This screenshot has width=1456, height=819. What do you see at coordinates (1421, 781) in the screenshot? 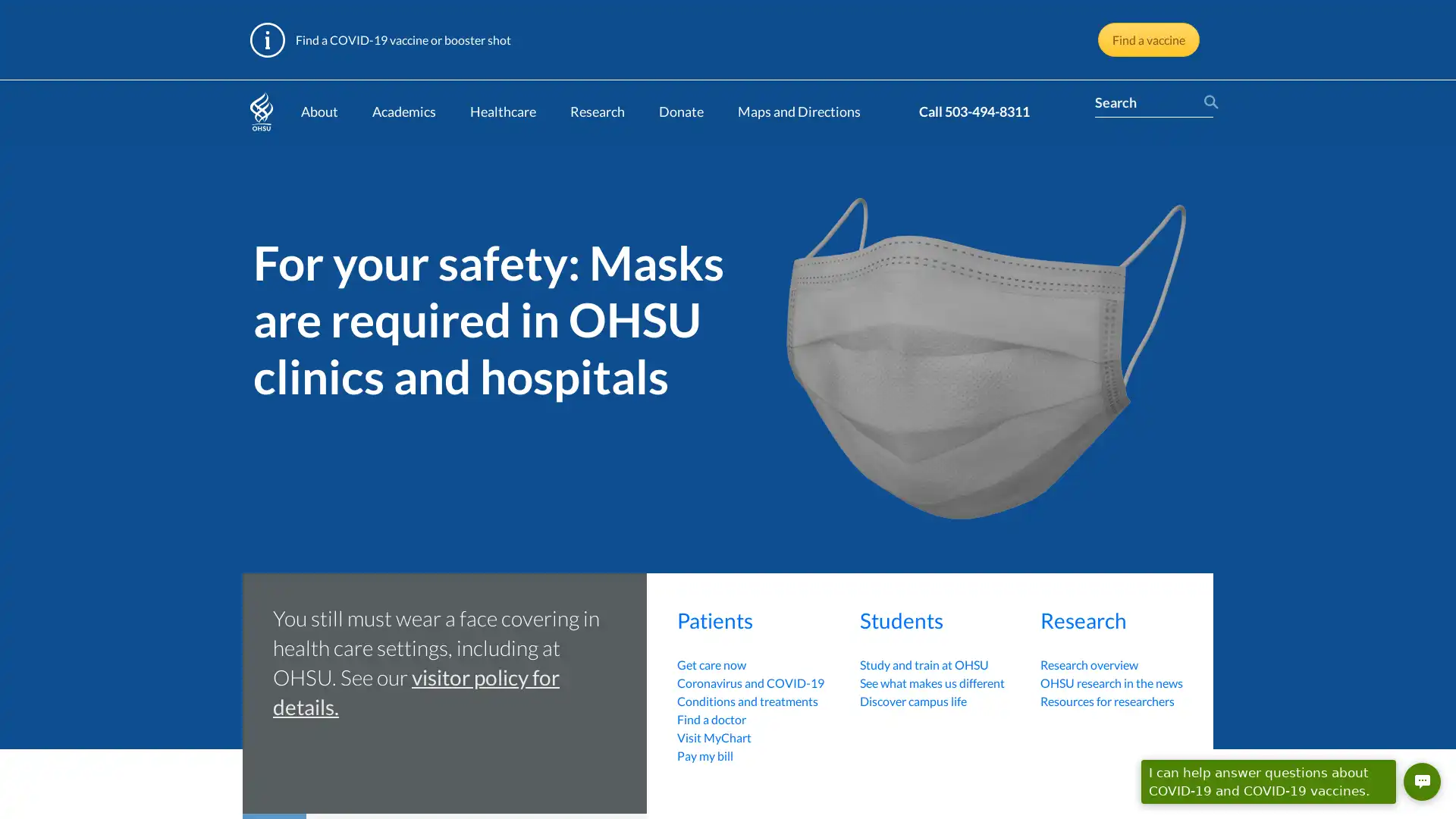
I see `Open Webchat` at bounding box center [1421, 781].